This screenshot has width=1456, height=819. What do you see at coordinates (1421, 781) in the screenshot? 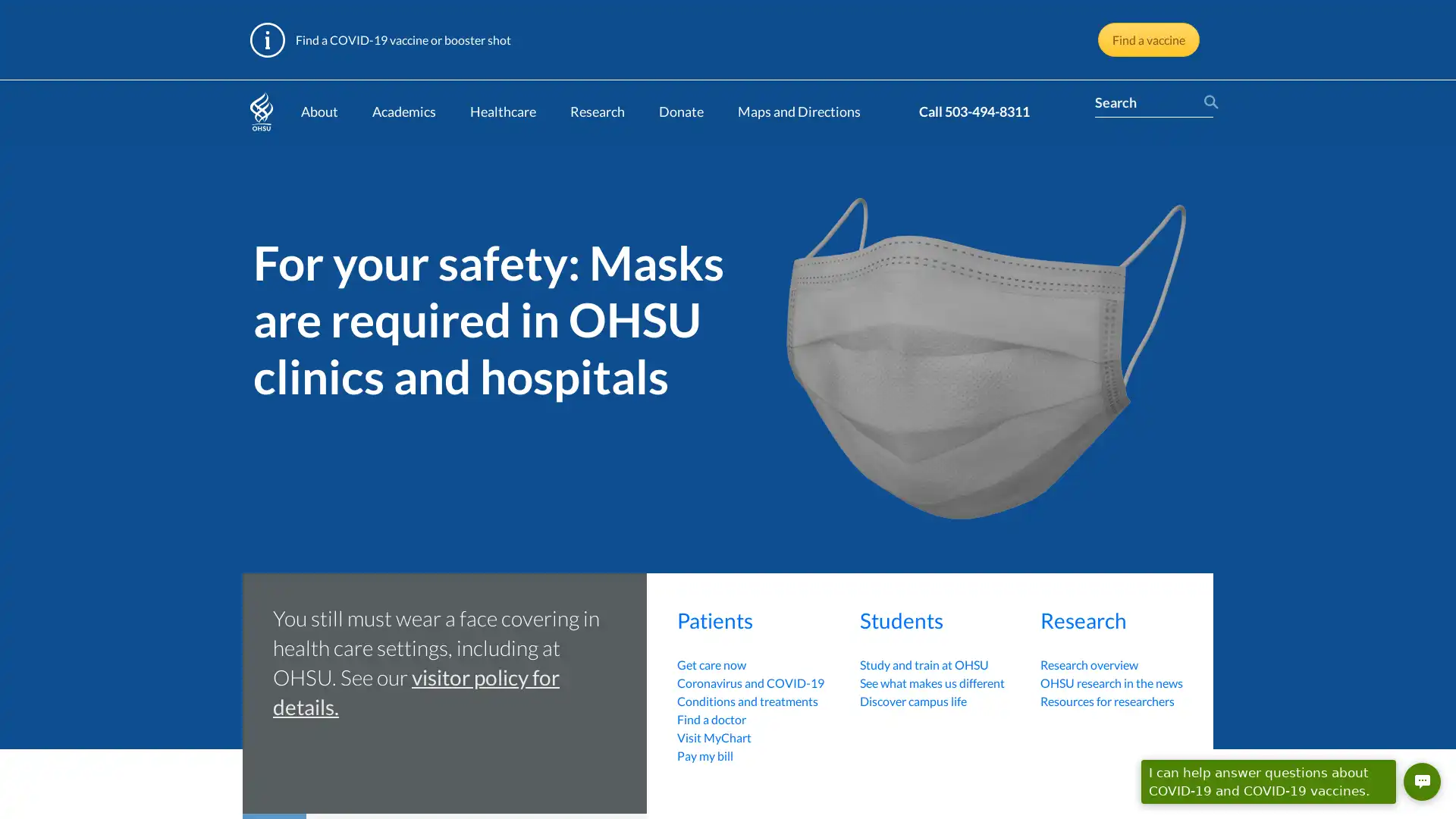
I see `Open Webchat` at bounding box center [1421, 781].